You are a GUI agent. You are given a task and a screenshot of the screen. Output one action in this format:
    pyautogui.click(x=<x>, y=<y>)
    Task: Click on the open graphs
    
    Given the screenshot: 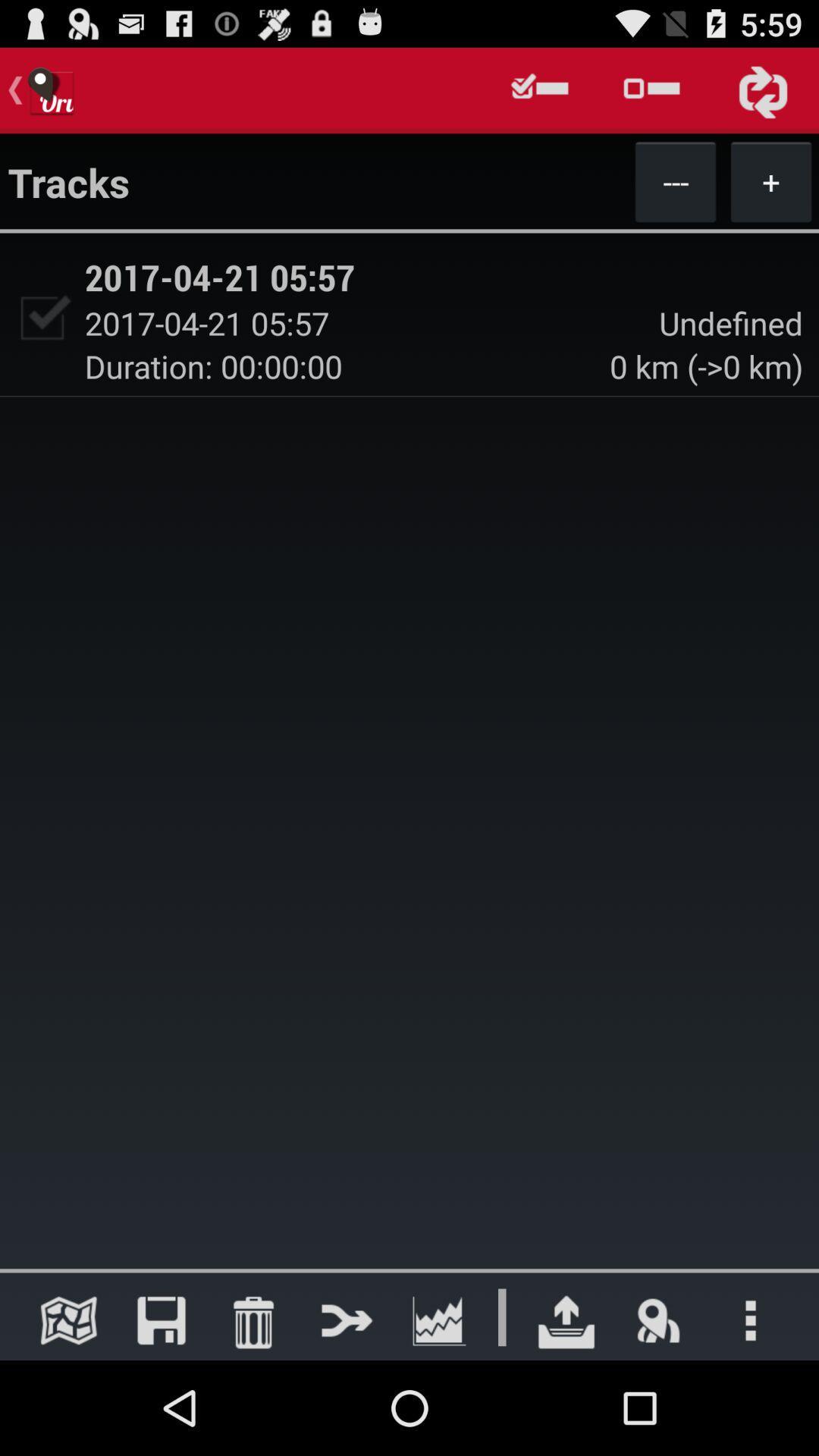 What is the action you would take?
    pyautogui.click(x=438, y=1319)
    